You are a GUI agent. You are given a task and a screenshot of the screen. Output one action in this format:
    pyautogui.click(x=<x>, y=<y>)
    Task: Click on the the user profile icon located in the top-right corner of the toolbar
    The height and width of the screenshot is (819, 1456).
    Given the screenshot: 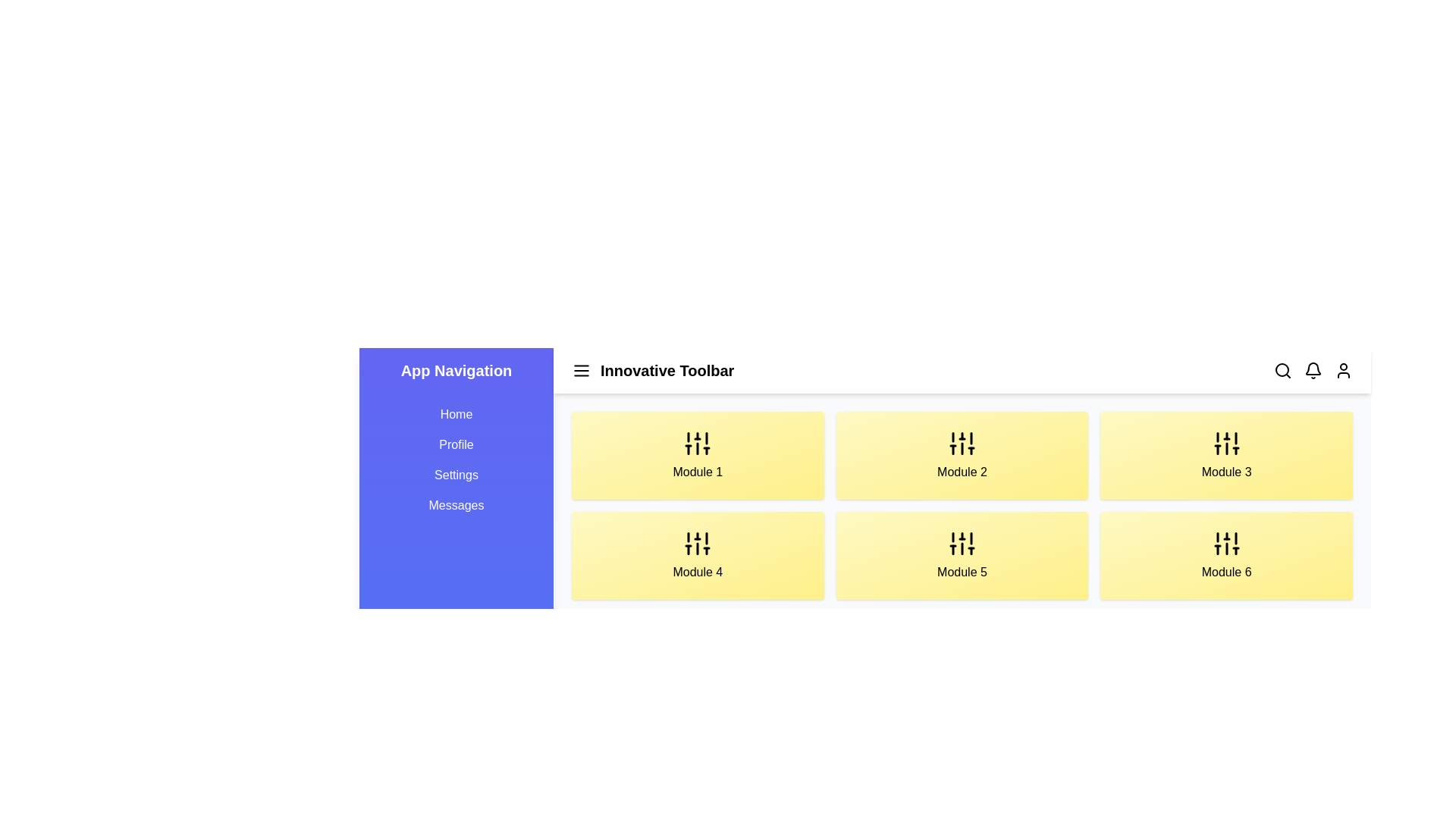 What is the action you would take?
    pyautogui.click(x=1343, y=371)
    